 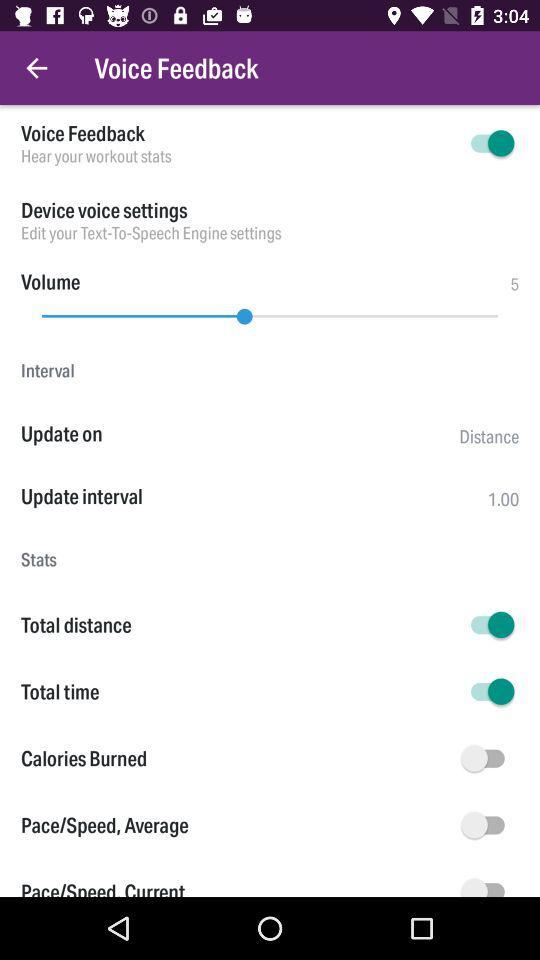 I want to click on the item to the left of the voice feedback icon, so click(x=36, y=68).